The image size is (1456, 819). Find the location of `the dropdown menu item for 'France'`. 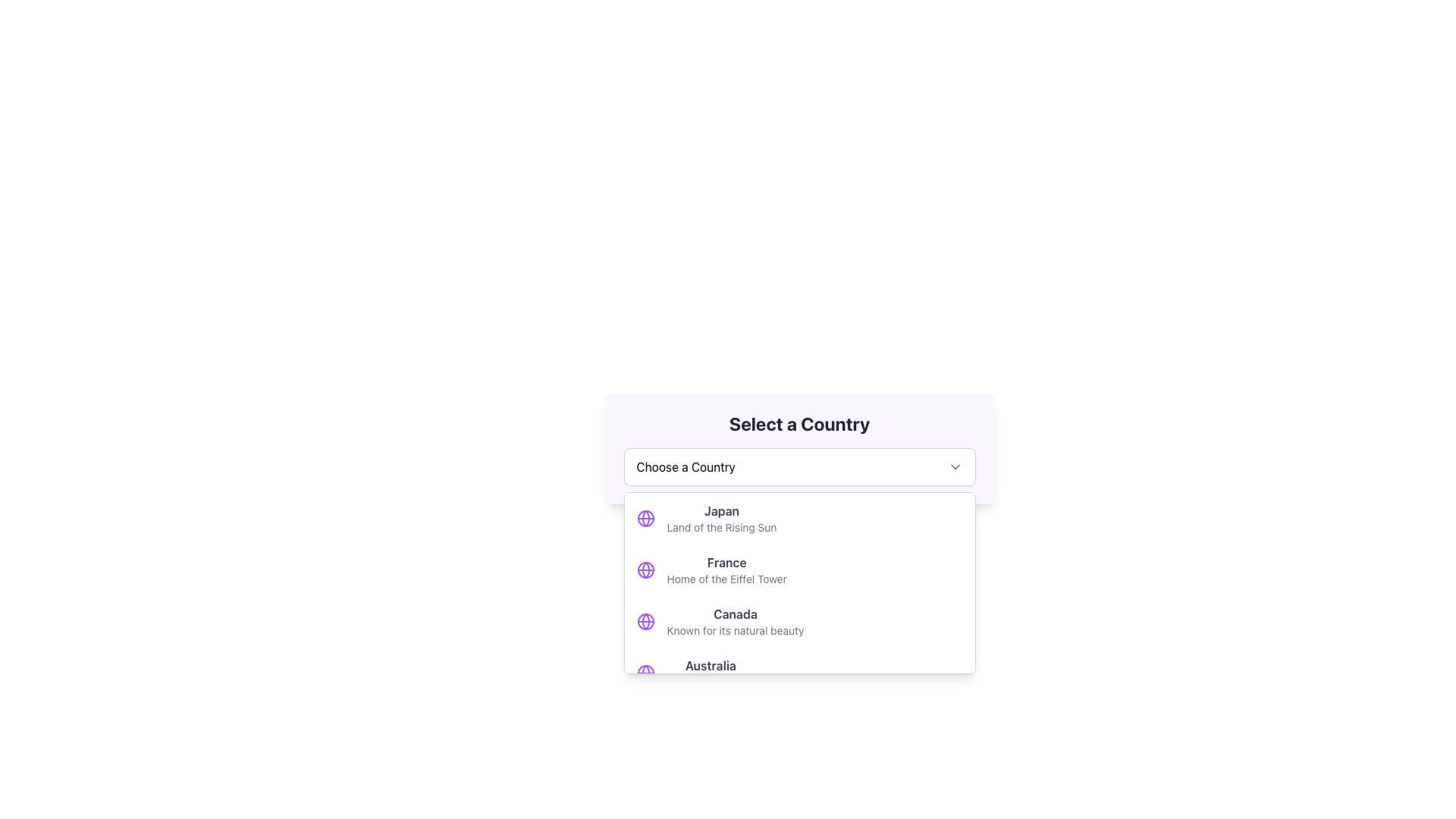

the dropdown menu item for 'France' is located at coordinates (799, 570).